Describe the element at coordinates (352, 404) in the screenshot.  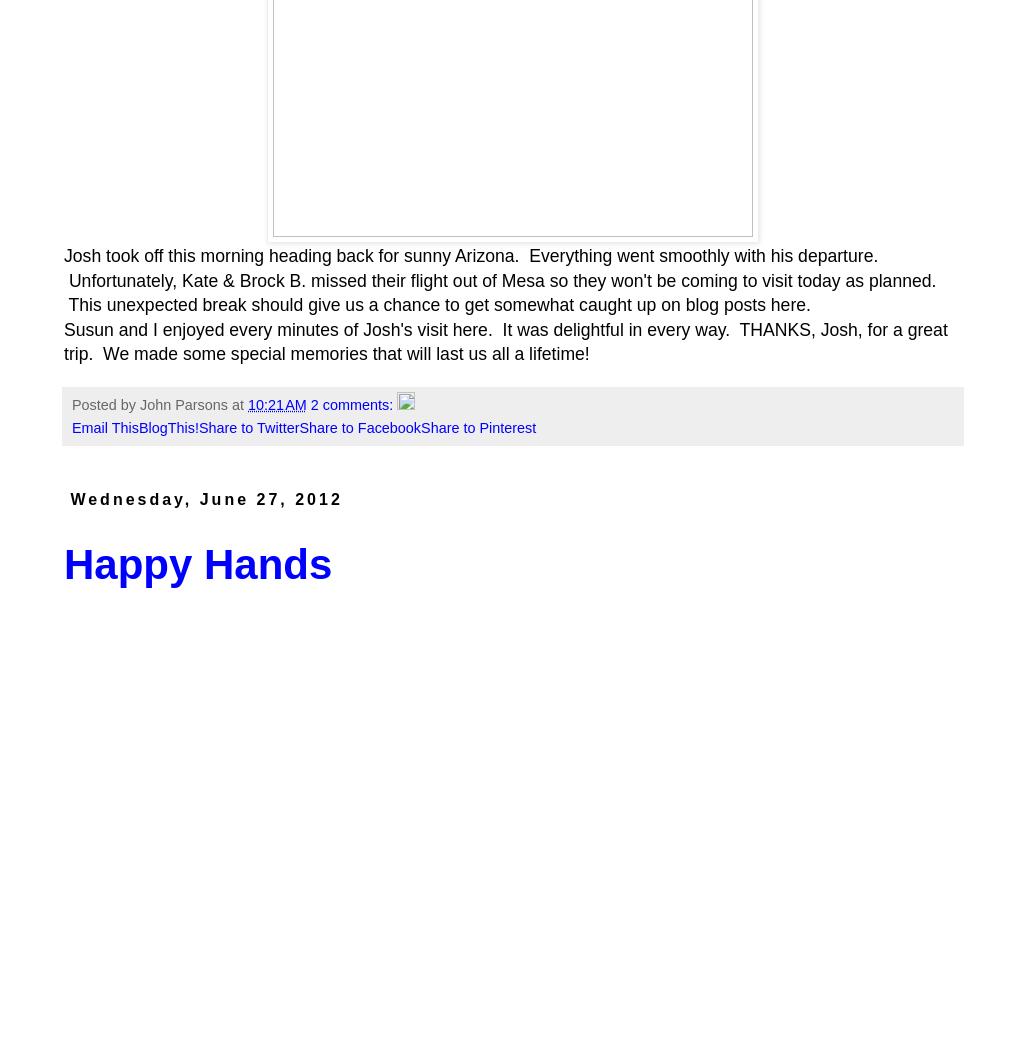
I see `'2 comments:'` at that location.